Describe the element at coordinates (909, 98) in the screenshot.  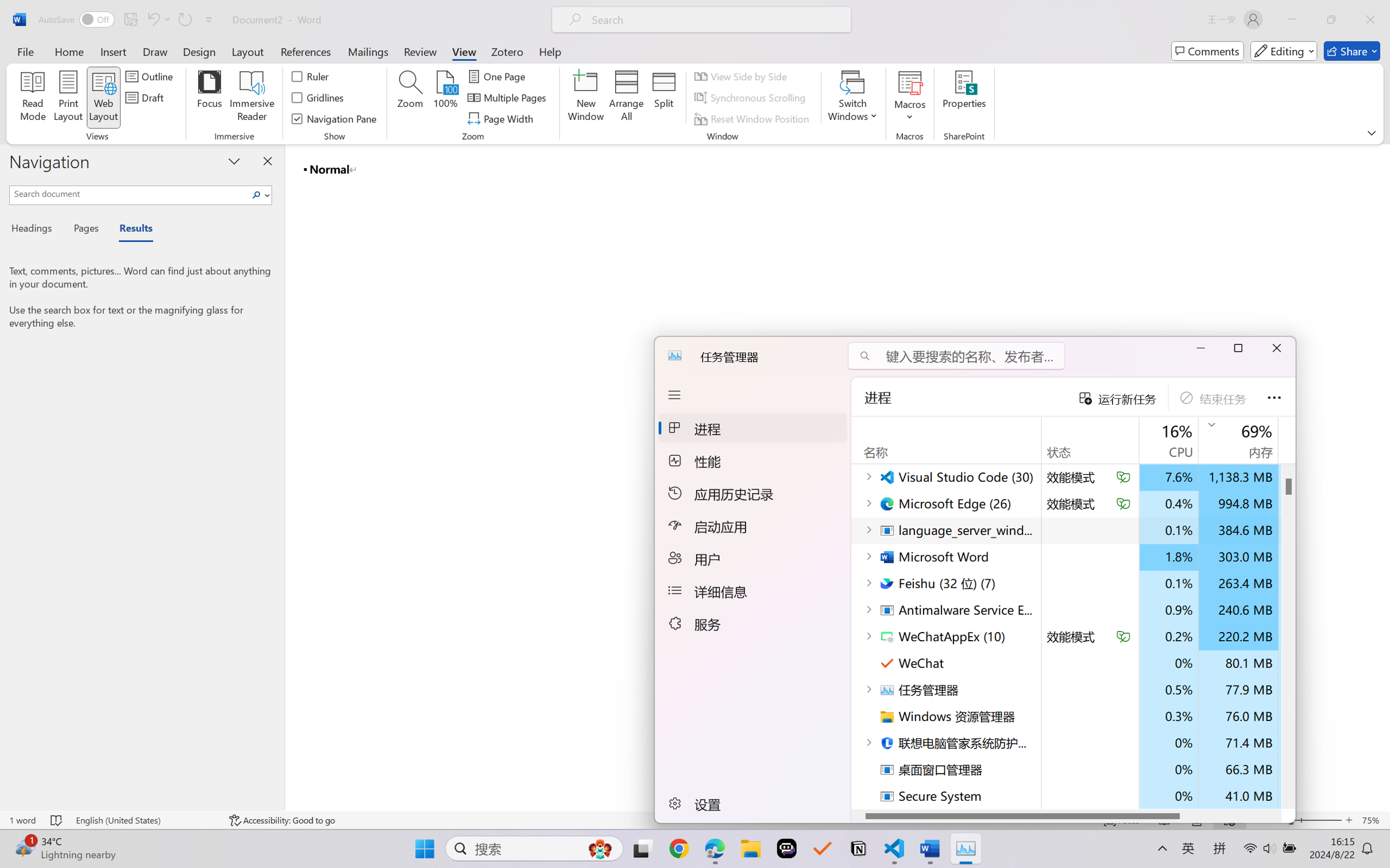
I see `'Macros'` at that location.